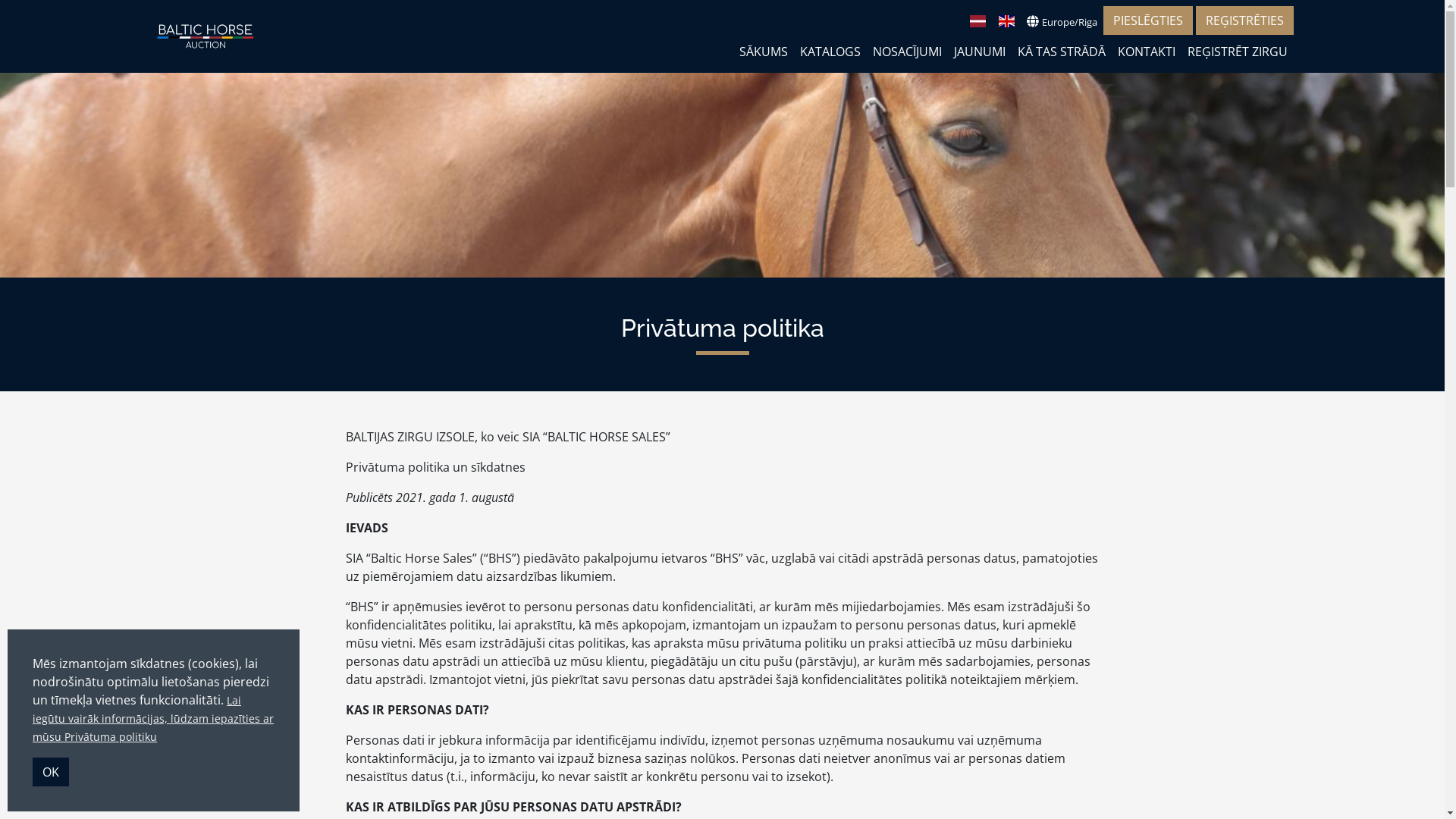  What do you see at coordinates (51, 772) in the screenshot?
I see `'OK'` at bounding box center [51, 772].